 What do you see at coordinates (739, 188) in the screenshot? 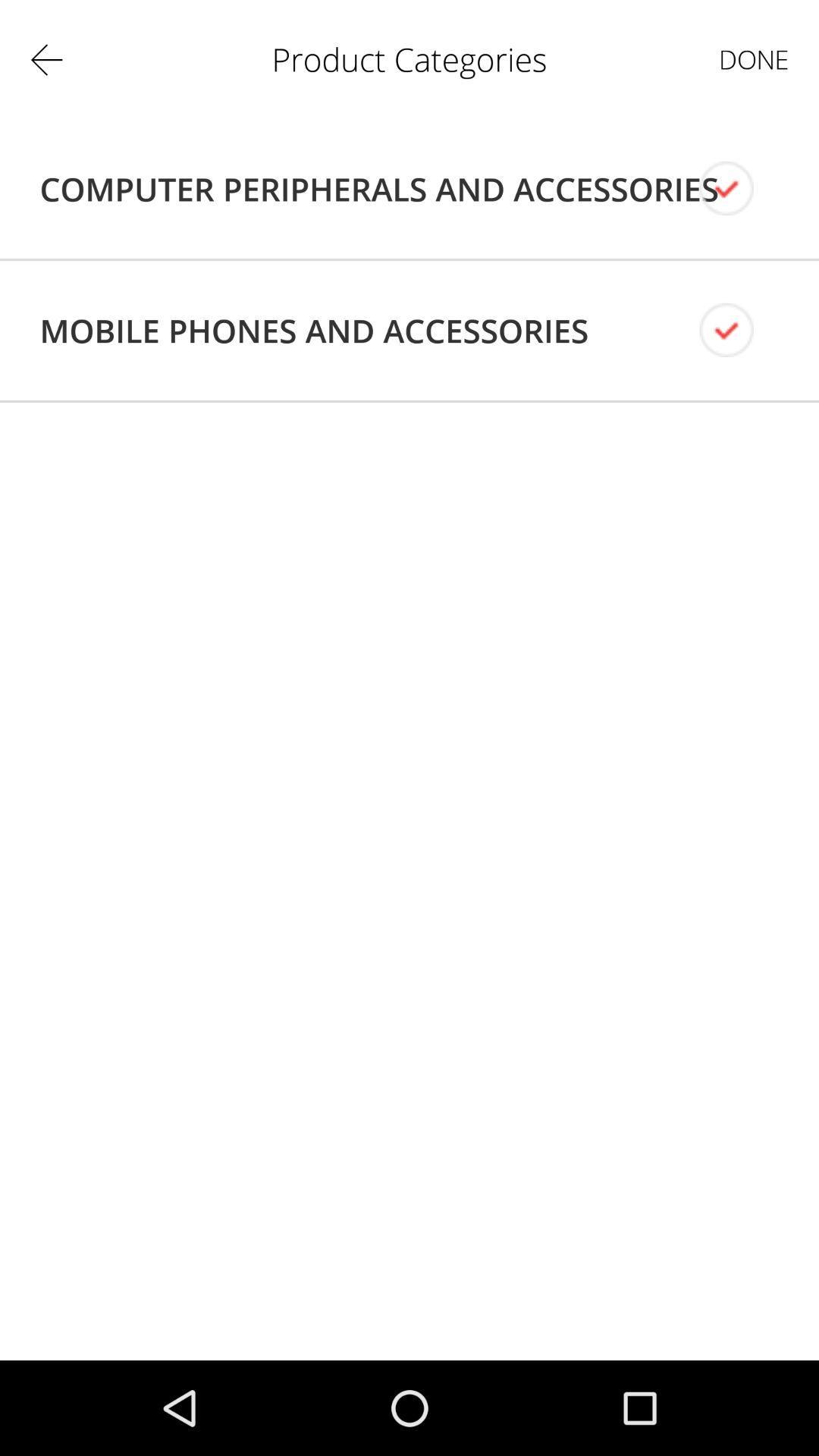
I see `menu inside` at bounding box center [739, 188].